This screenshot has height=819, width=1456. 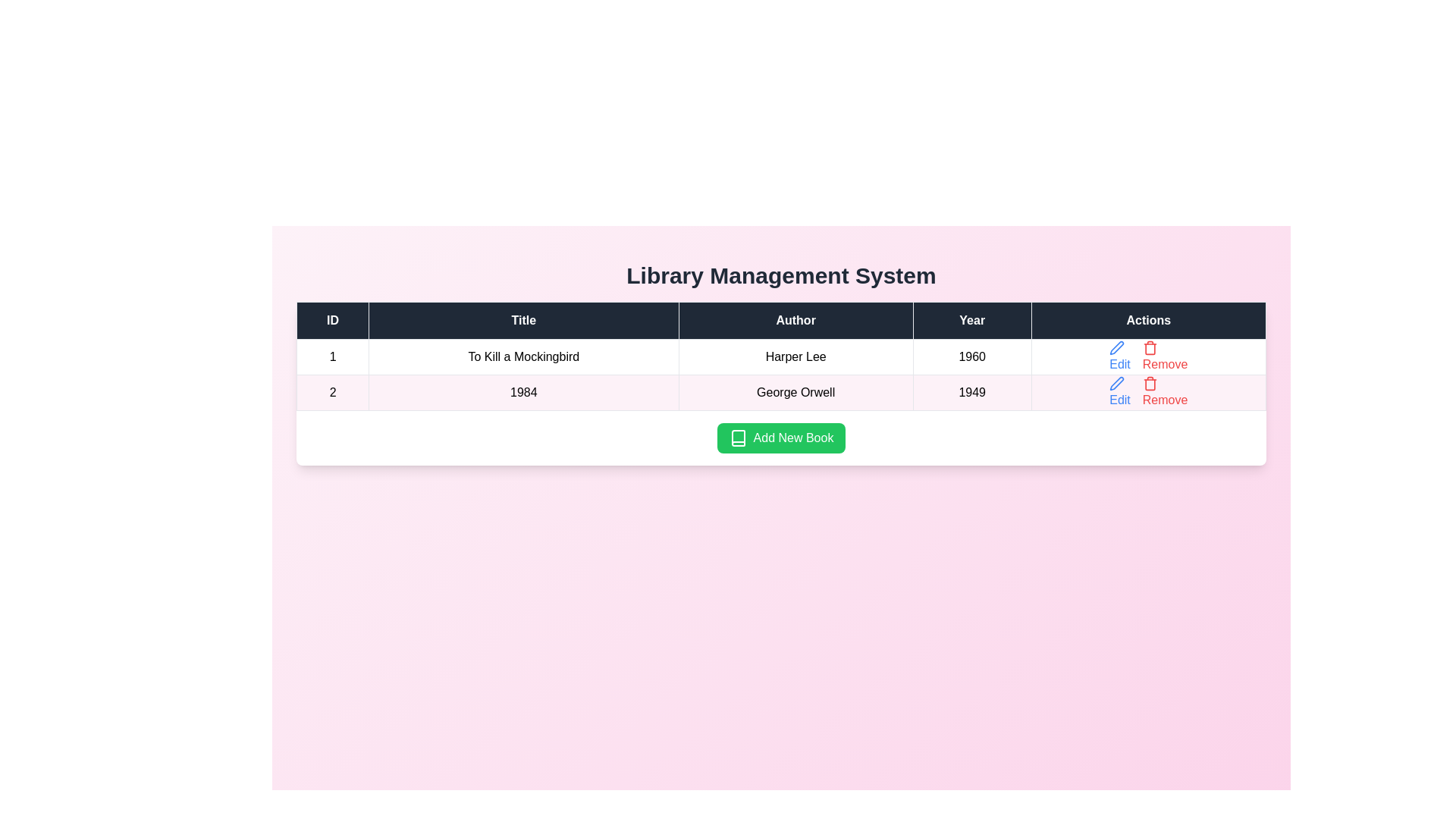 I want to click on the text label representing the publication year of the book 'To Kill a Mockingbird' located in the third column labeled 'Year' in the first row of the table, so click(x=972, y=356).